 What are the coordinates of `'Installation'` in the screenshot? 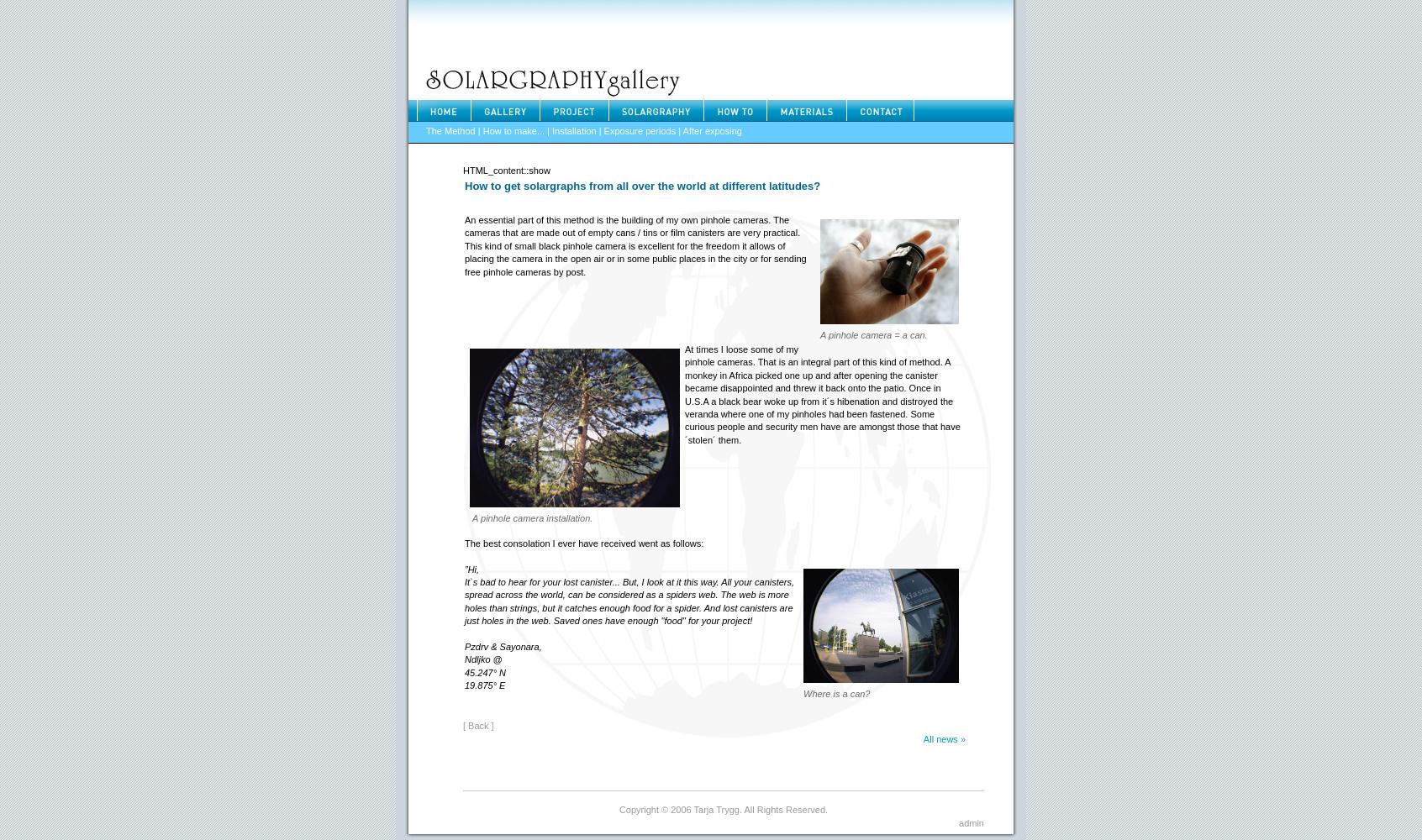 It's located at (552, 131).